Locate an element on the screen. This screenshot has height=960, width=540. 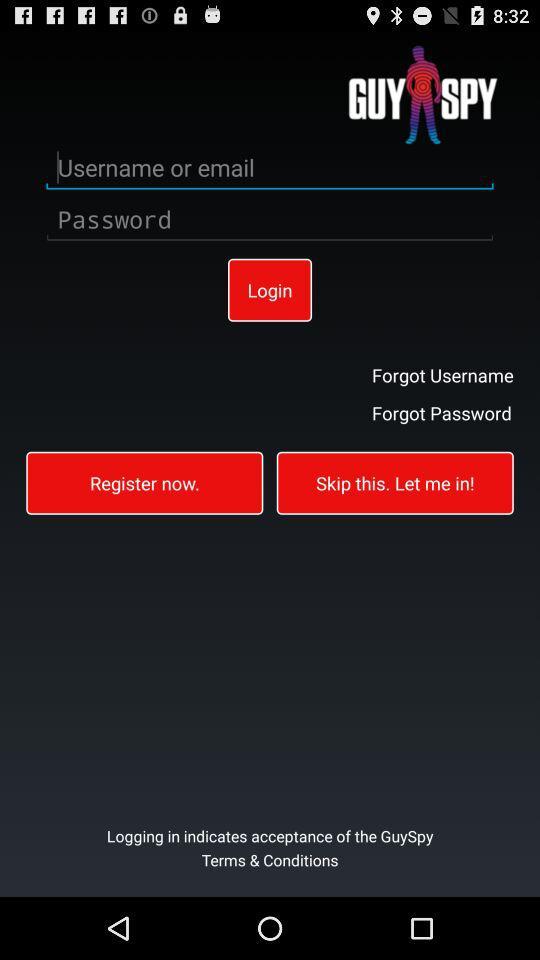
icon below the forgot username icon is located at coordinates (442, 411).